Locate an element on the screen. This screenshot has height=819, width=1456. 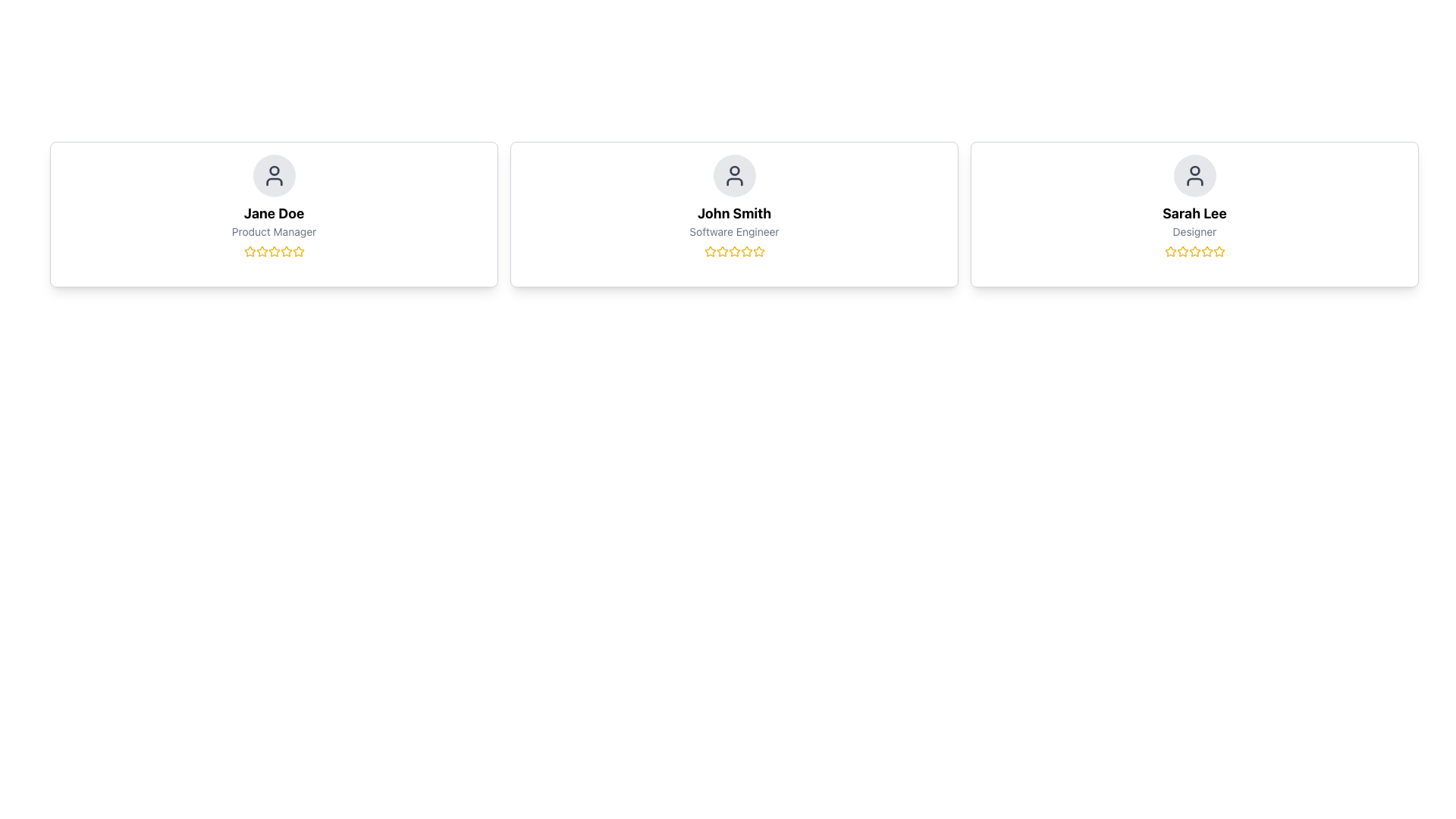
the fifth star icon in the rating section below 'Sarah Lee' to provide a rating is located at coordinates (1219, 250).